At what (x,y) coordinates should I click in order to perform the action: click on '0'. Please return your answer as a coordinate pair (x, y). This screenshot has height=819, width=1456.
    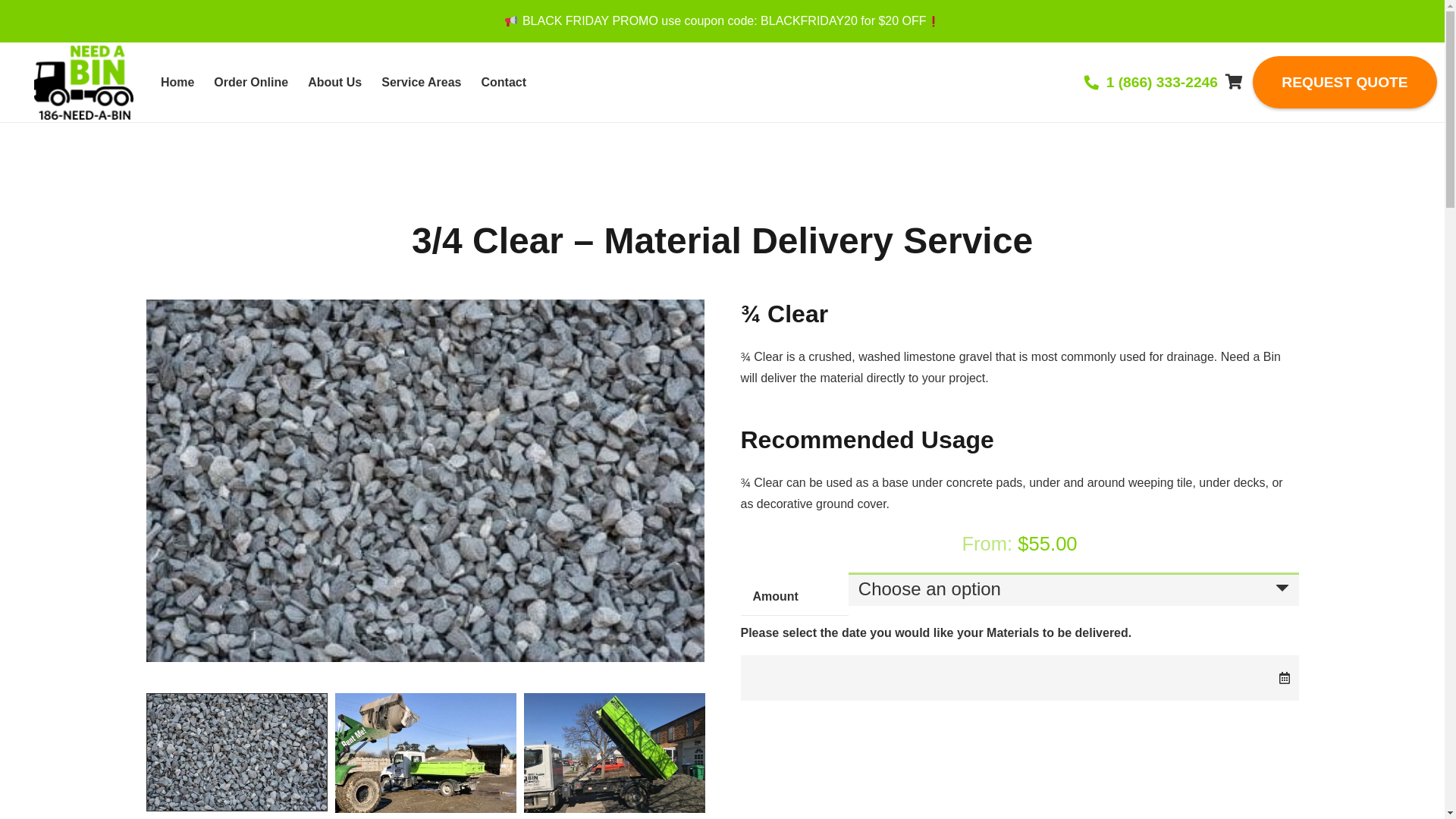
    Looking at the image, I should click on (1234, 82).